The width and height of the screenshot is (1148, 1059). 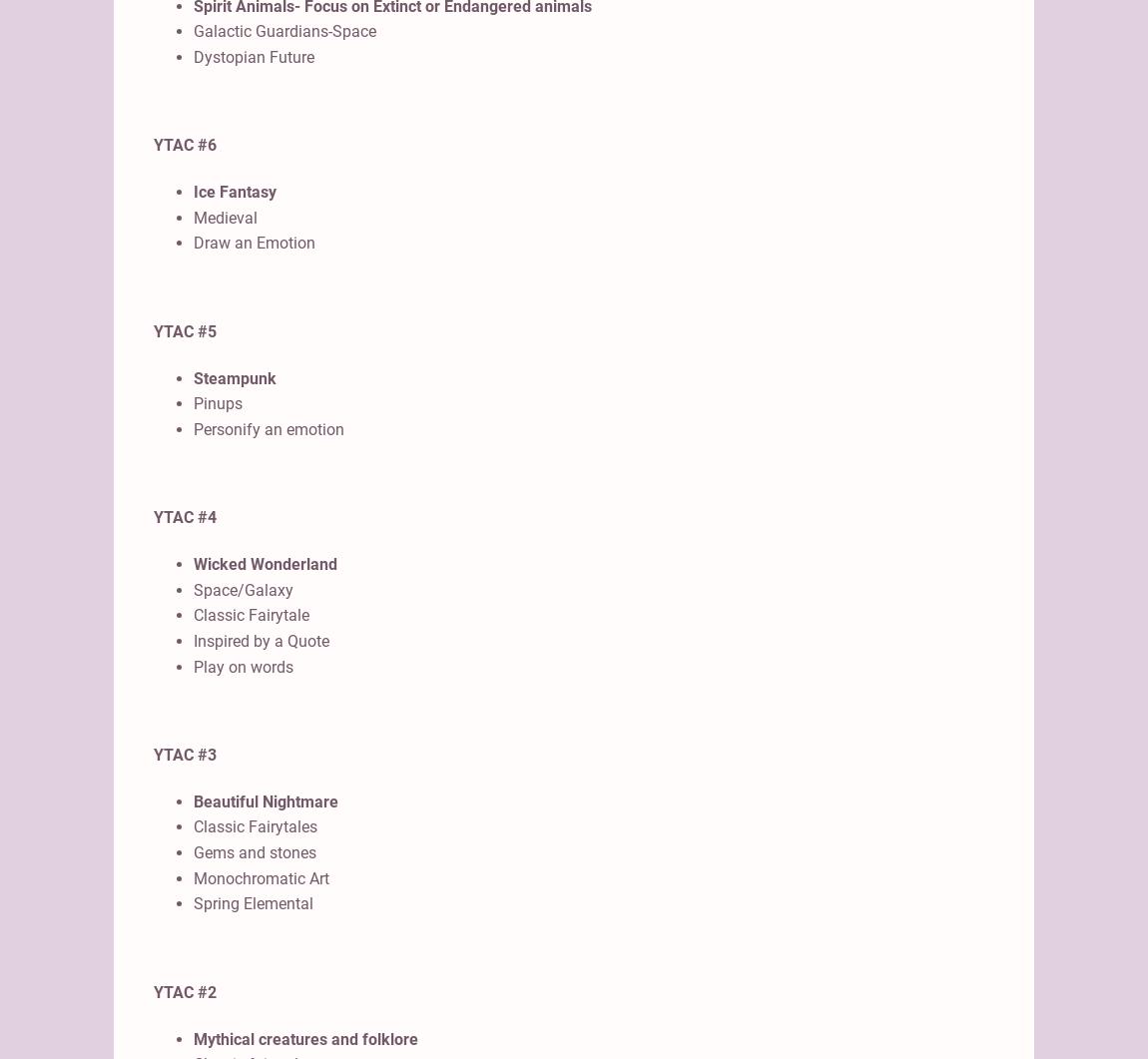 I want to click on 'YTAC #4', so click(x=184, y=517).